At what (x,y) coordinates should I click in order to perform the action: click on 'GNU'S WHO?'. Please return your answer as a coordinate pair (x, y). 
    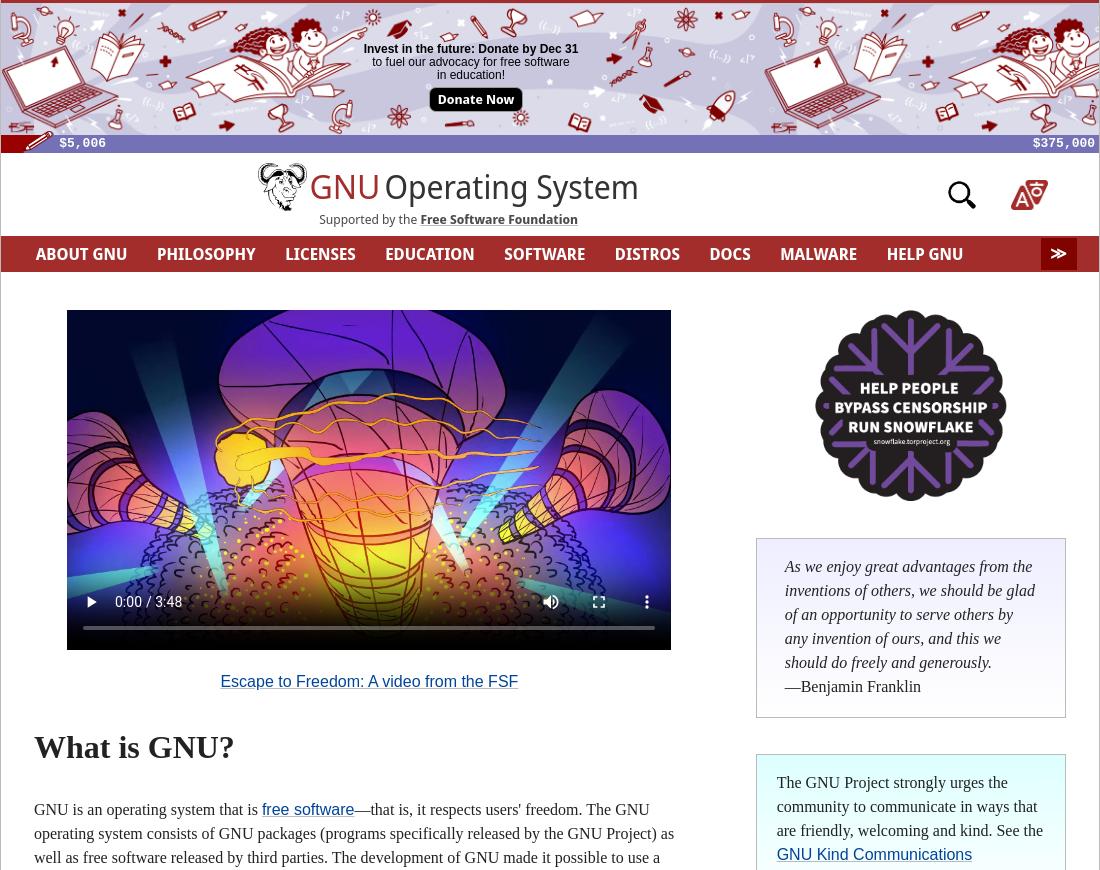
    Looking at the image, I should click on (391, 289).